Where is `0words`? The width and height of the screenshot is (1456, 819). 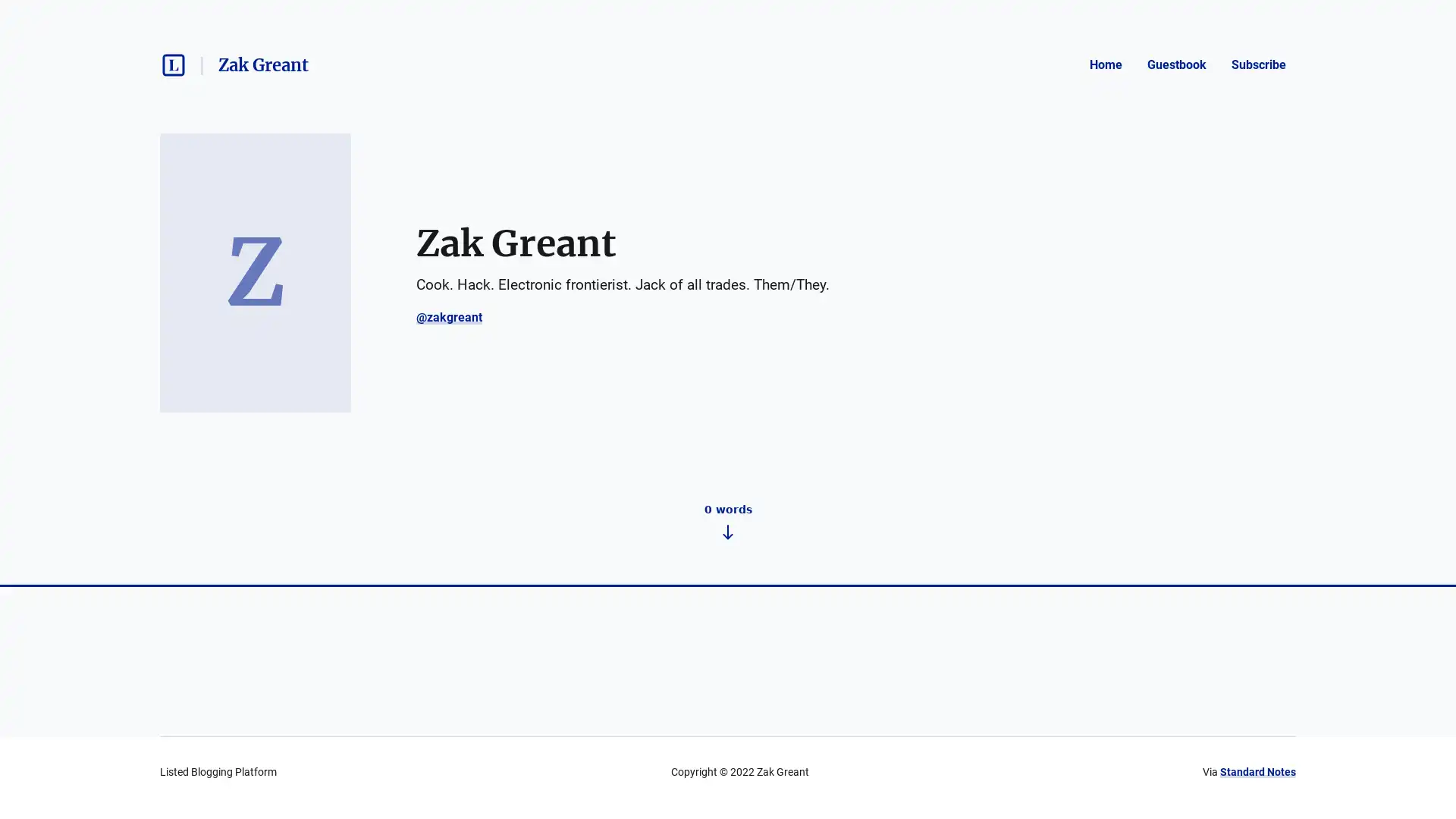 0words is located at coordinates (728, 755).